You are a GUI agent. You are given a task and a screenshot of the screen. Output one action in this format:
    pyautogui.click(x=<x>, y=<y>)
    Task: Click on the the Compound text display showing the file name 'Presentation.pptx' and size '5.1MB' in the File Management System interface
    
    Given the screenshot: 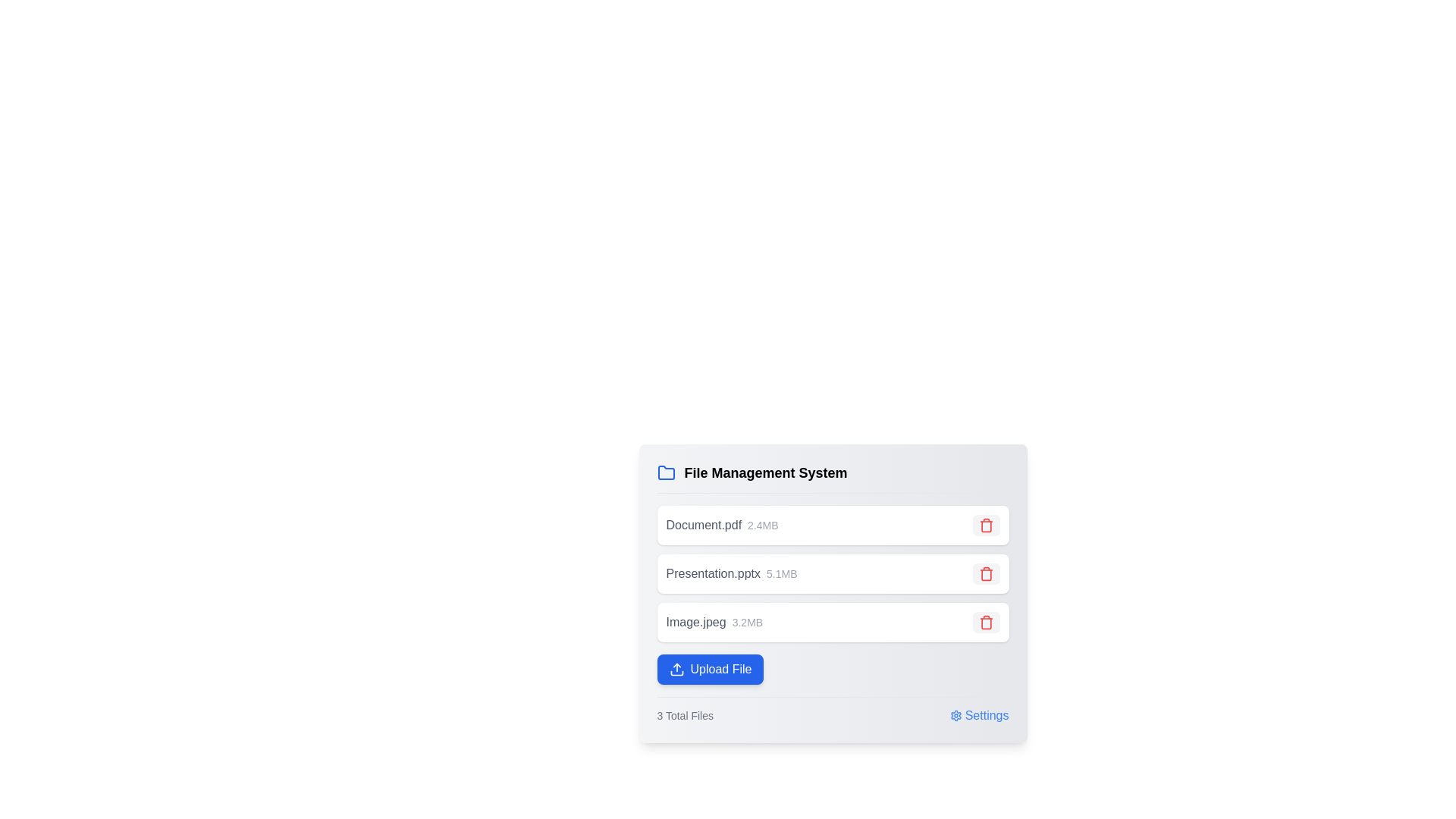 What is the action you would take?
    pyautogui.click(x=731, y=573)
    